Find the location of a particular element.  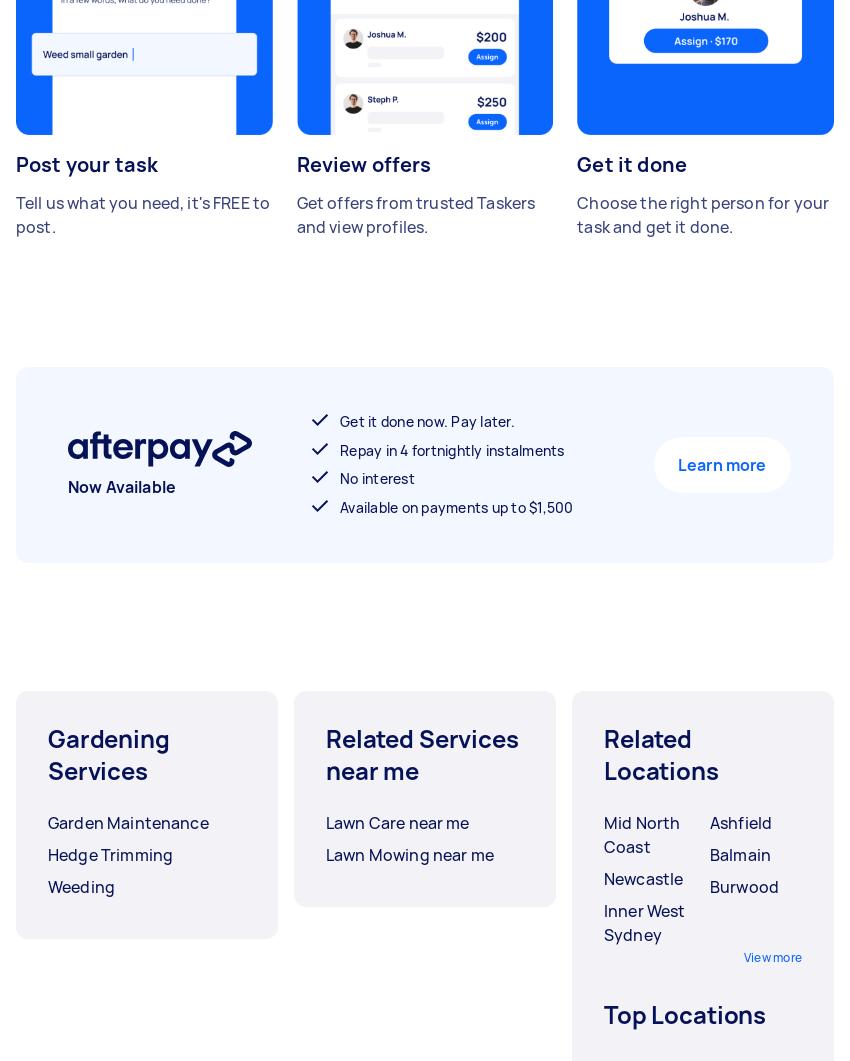

'Related Locations' is located at coordinates (660, 754).